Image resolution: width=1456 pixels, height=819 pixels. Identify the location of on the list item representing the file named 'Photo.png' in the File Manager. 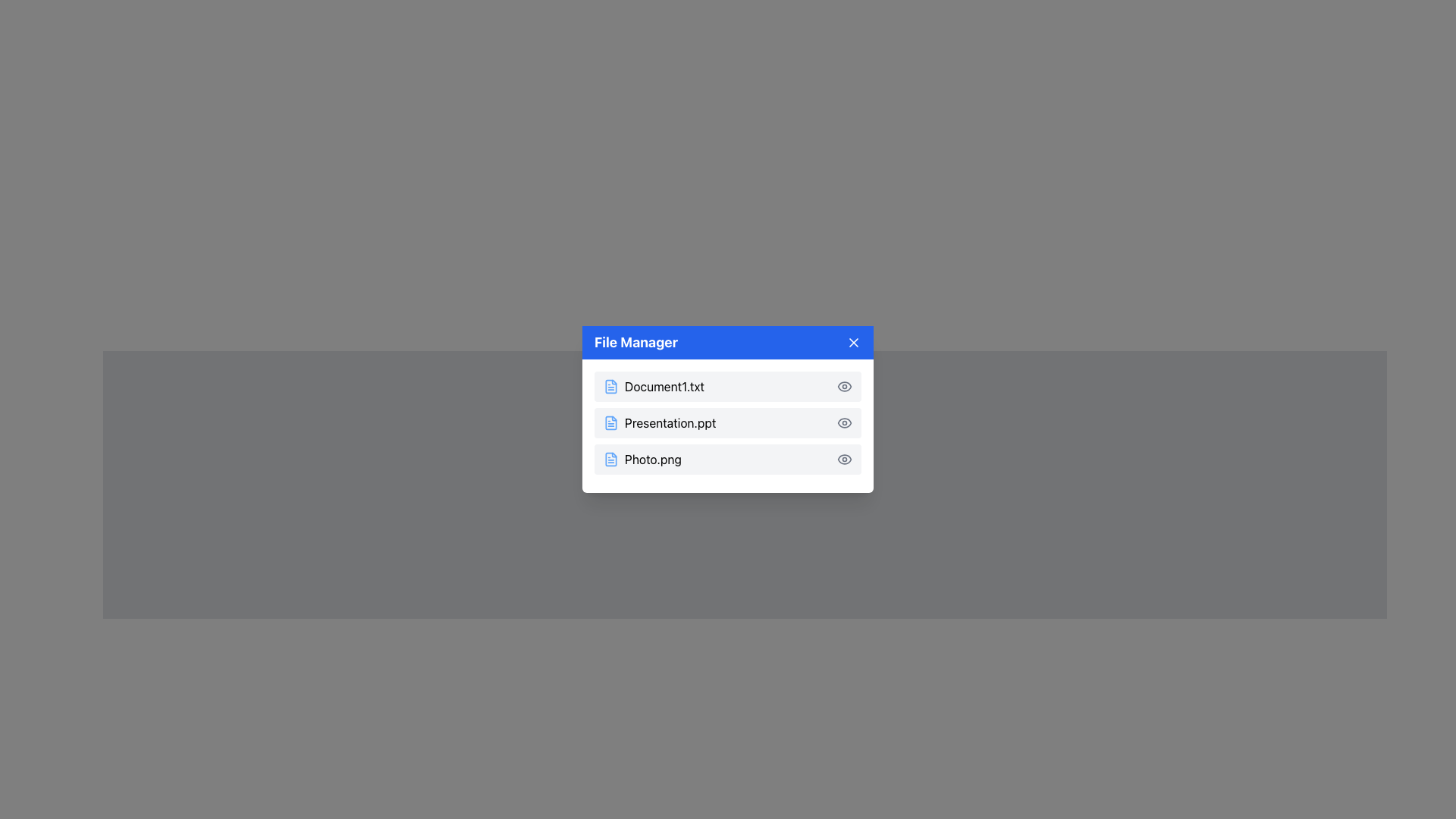
(642, 458).